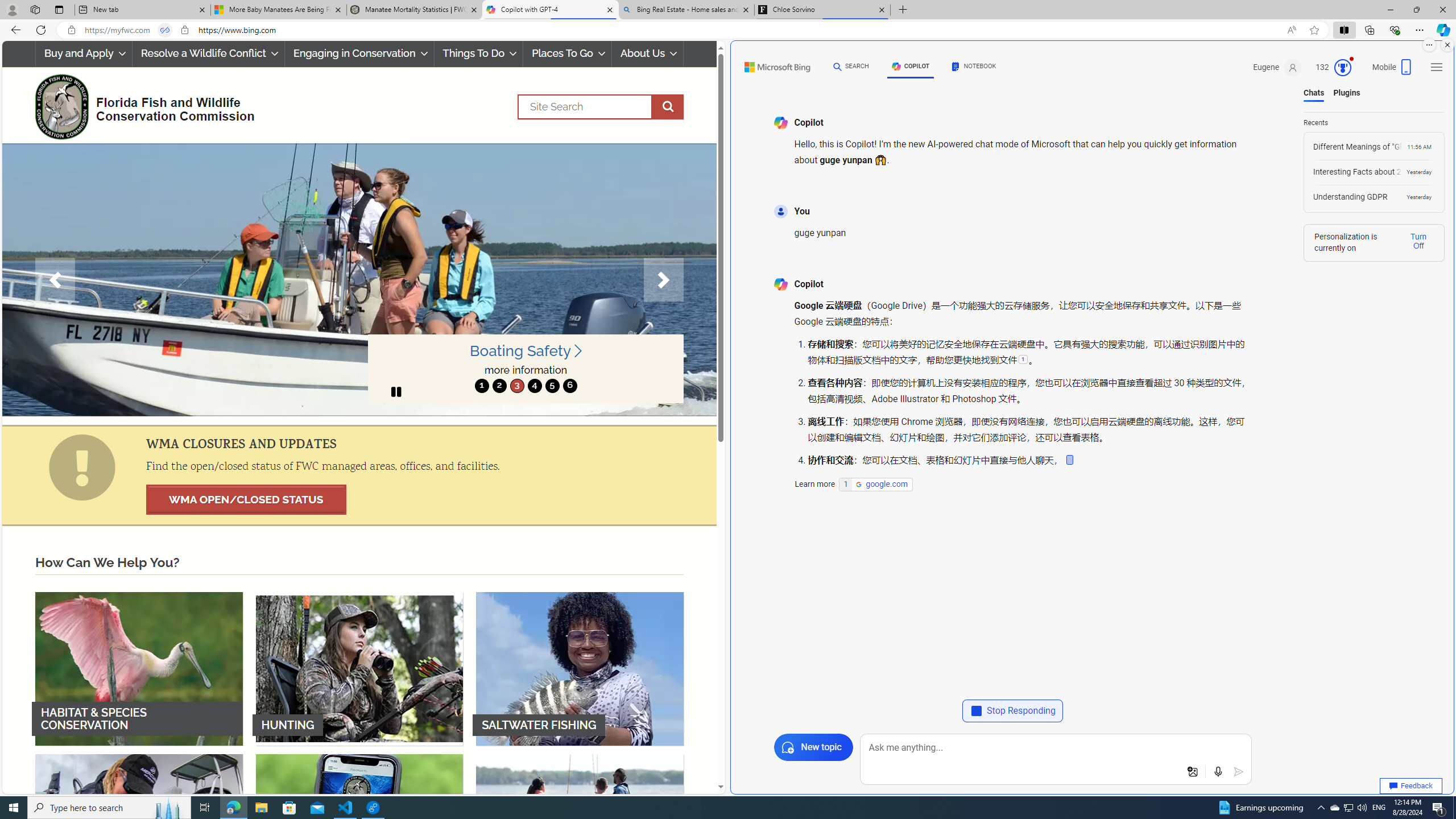 The width and height of the screenshot is (1456, 819). What do you see at coordinates (1342, 67) in the screenshot?
I see `'Class: outer-circle-animation'` at bounding box center [1342, 67].